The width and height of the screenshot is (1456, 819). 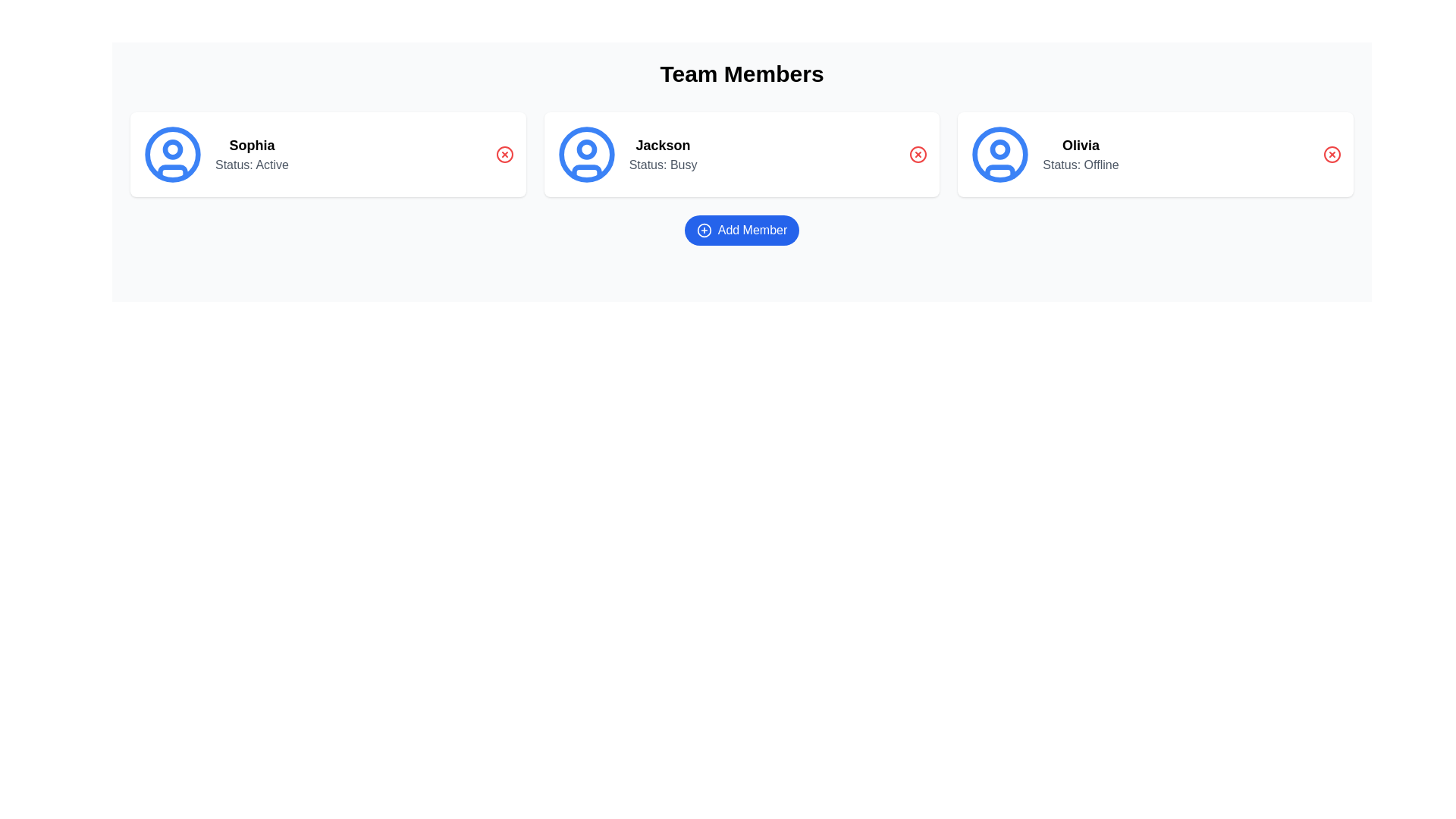 I want to click on the SVG icon representing Olivia's user profile, which is located at the far right of the row under the 'Team Members' heading on her card, so click(x=1000, y=155).